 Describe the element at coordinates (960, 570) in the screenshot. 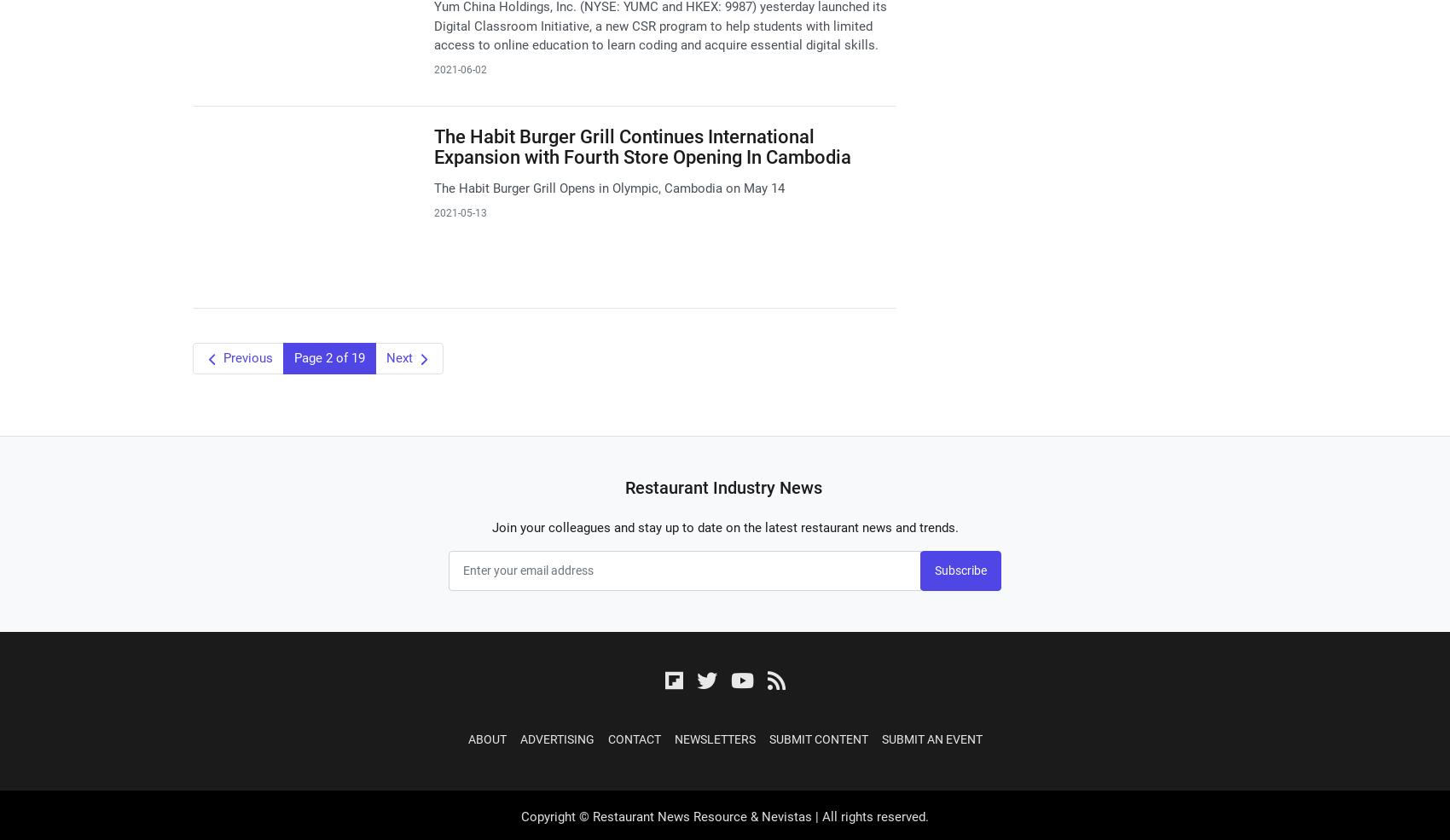

I see `'Subscribe'` at that location.